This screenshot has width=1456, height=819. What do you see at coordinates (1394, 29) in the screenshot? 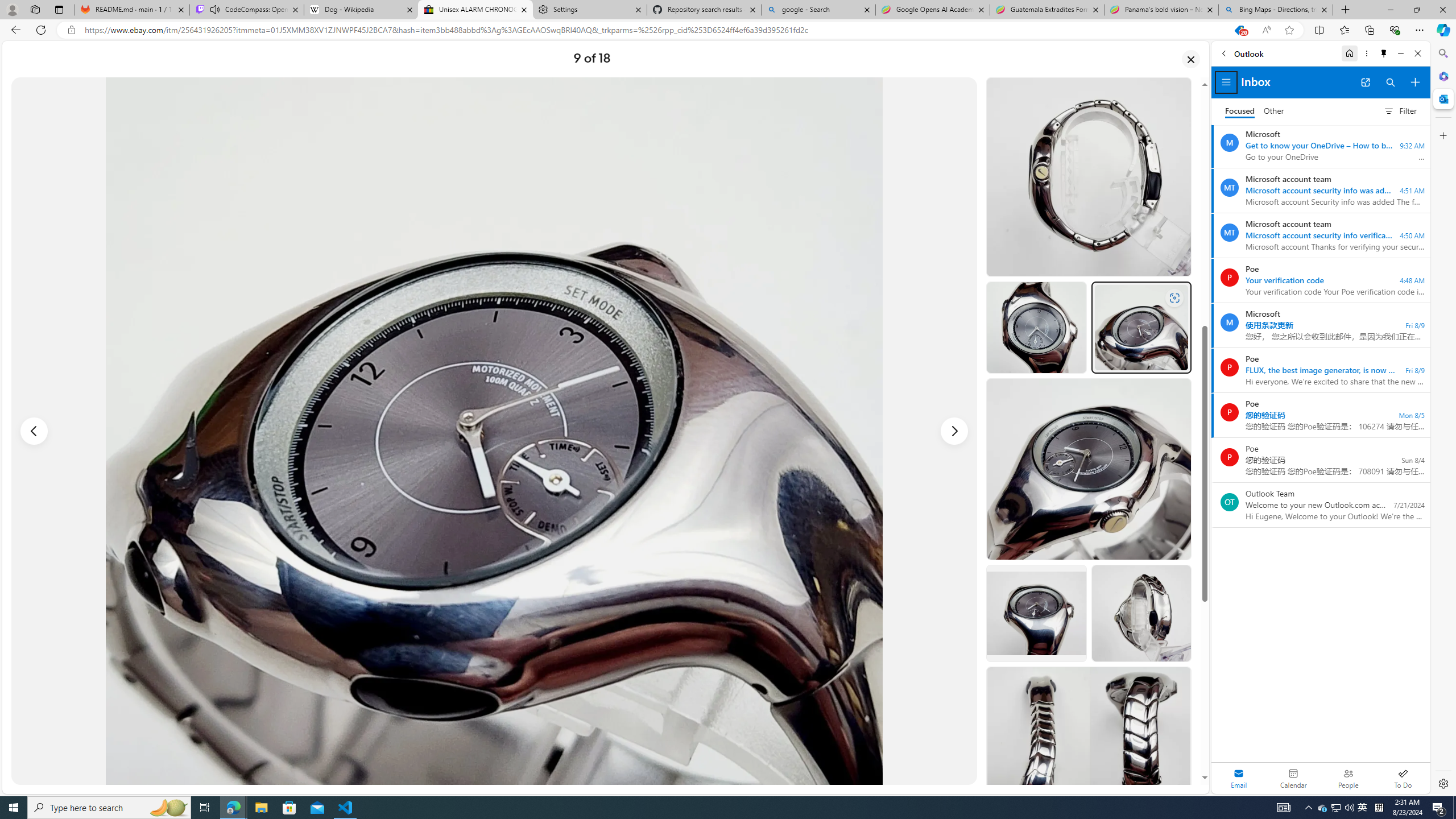
I see `'Browser essentials'` at bounding box center [1394, 29].